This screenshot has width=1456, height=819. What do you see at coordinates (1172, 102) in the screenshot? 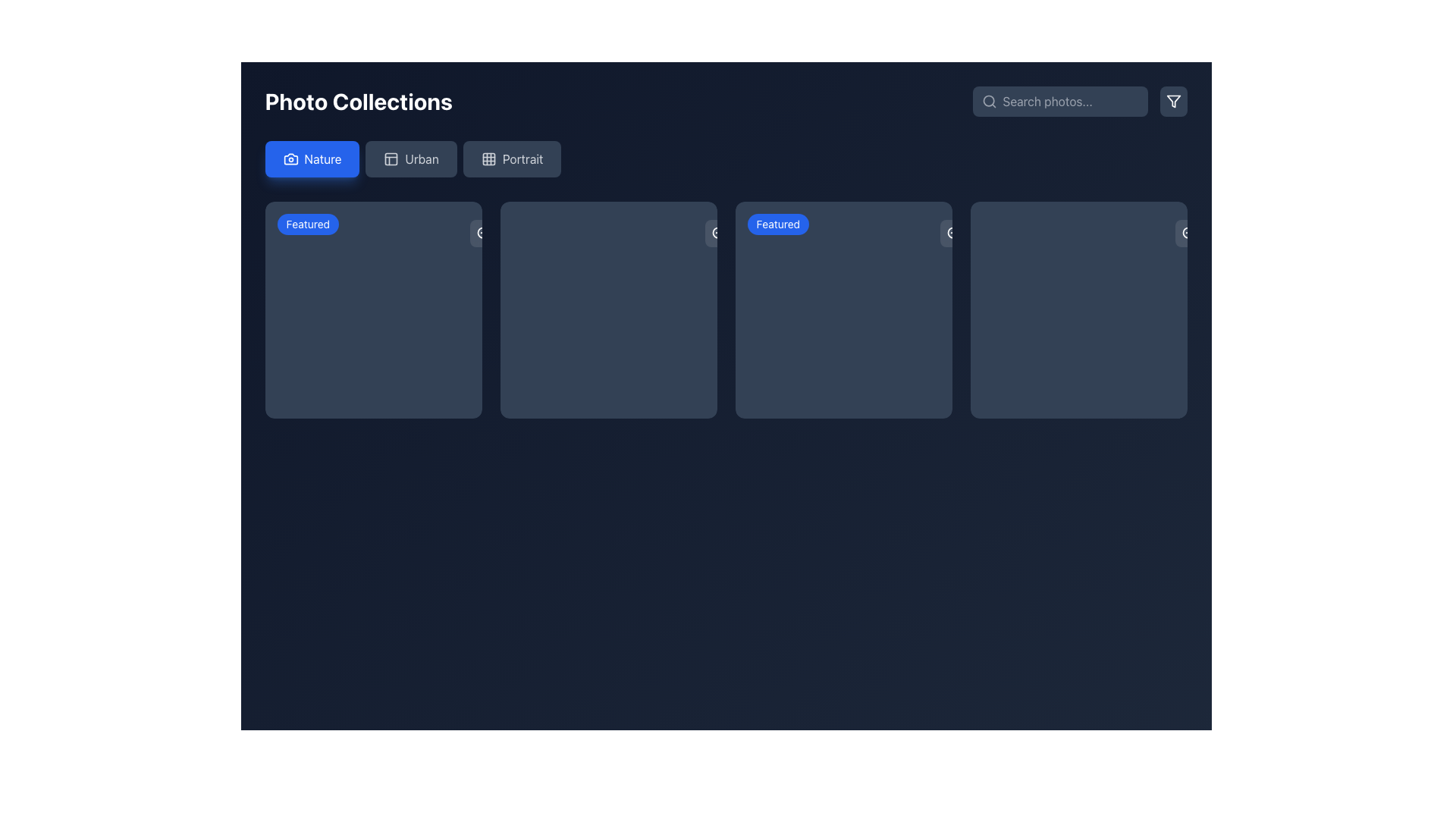
I see `the funnel icon within the rounded button in the top-right corner of the interface` at bounding box center [1172, 102].